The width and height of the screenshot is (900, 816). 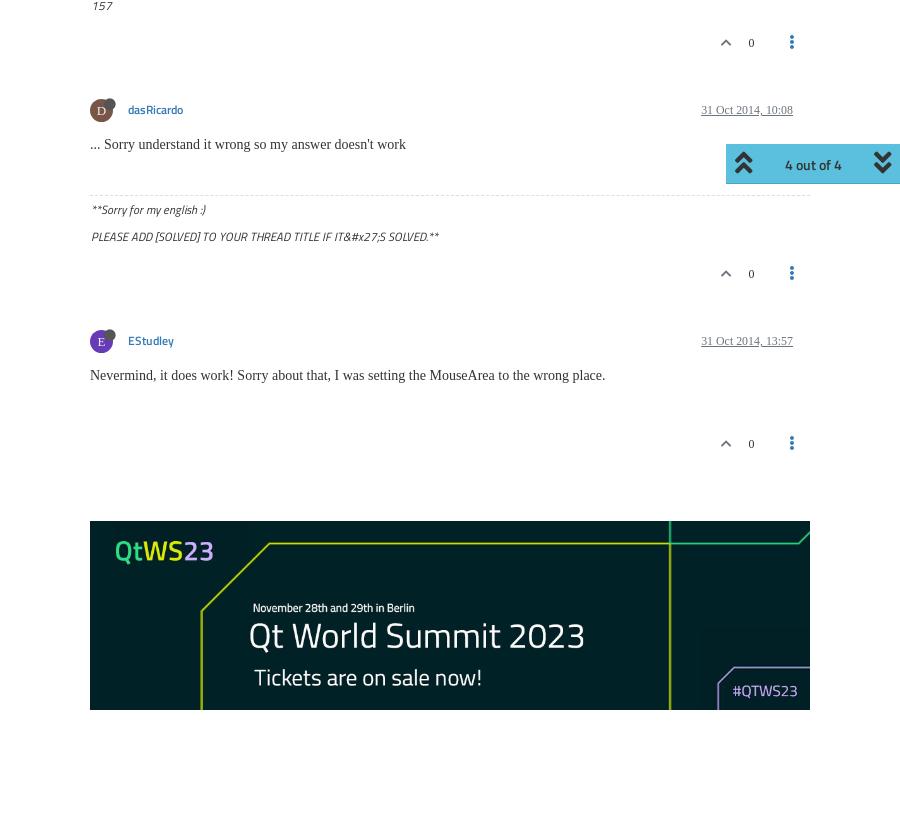 What do you see at coordinates (746, 109) in the screenshot?
I see `'31 Oct 2014, 10:08'` at bounding box center [746, 109].